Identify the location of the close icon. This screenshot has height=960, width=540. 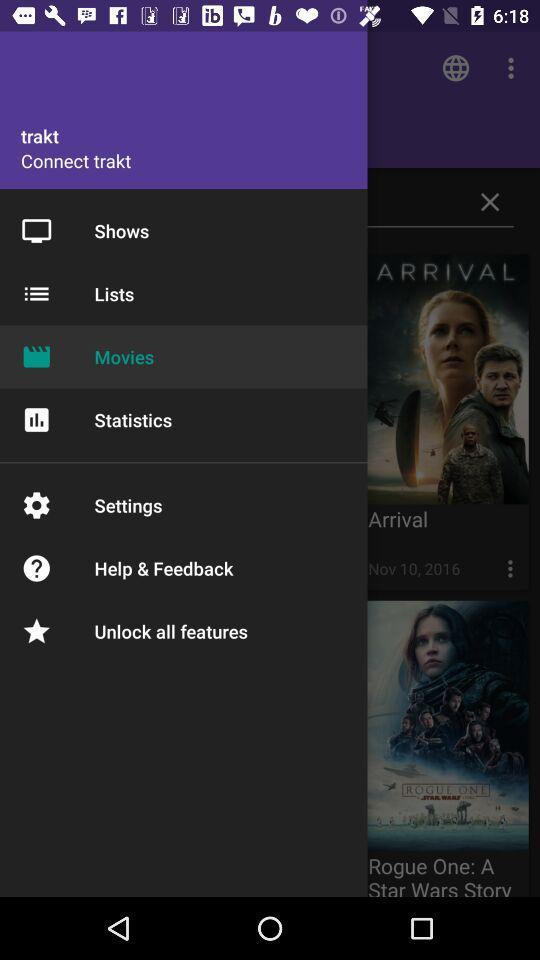
(489, 202).